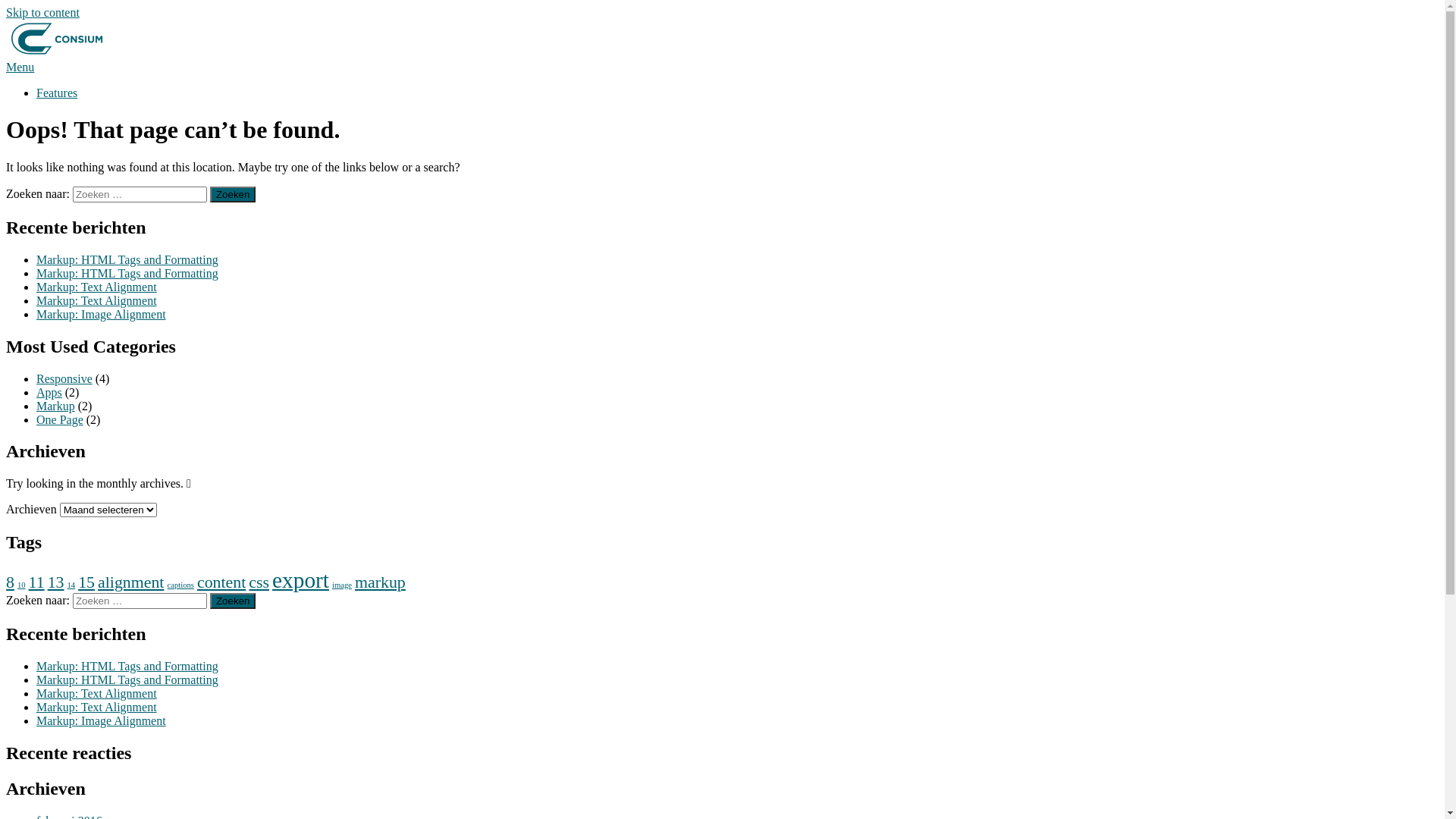  I want to click on '11', so click(36, 581).